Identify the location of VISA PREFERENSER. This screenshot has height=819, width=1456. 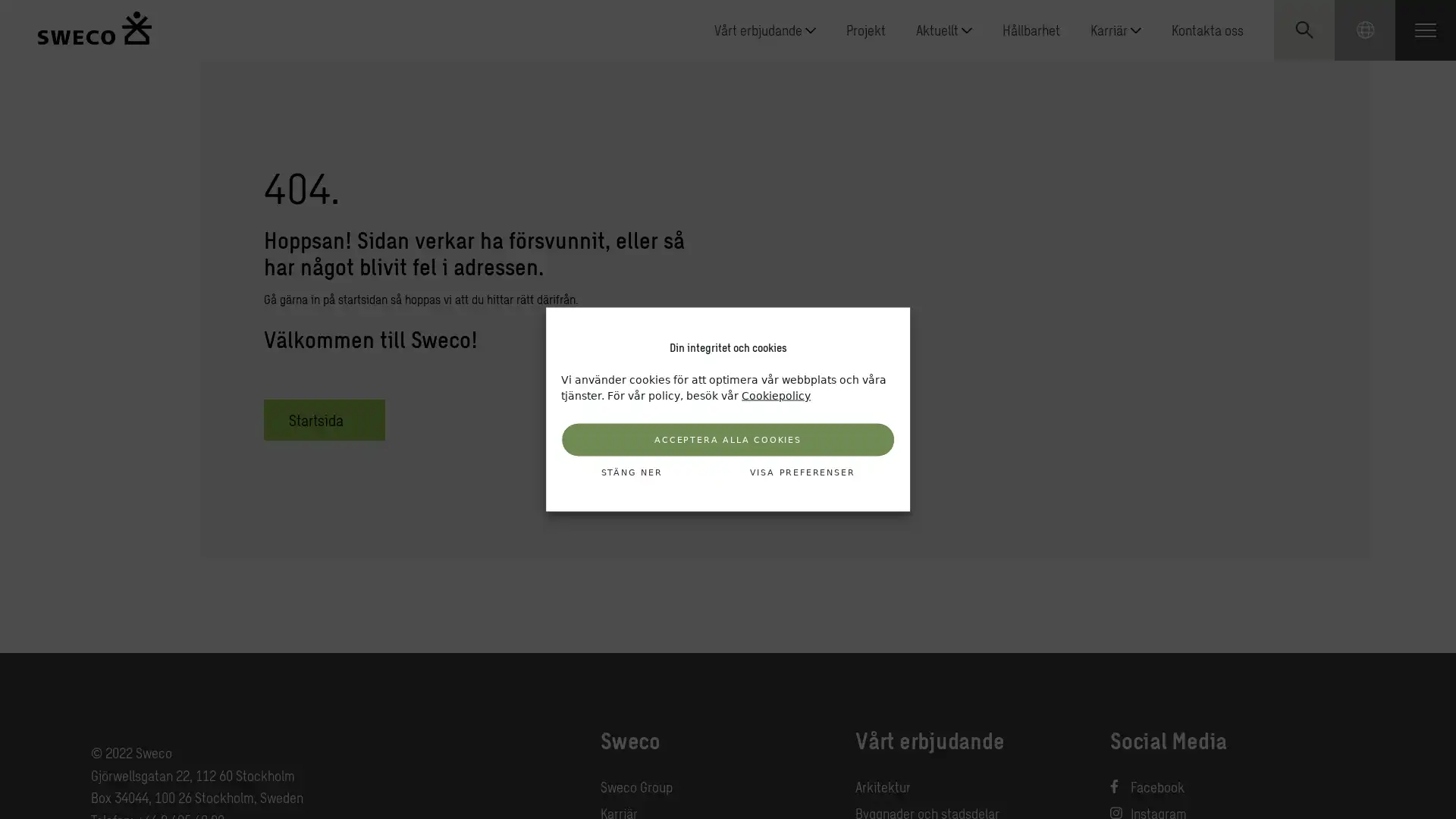
(801, 472).